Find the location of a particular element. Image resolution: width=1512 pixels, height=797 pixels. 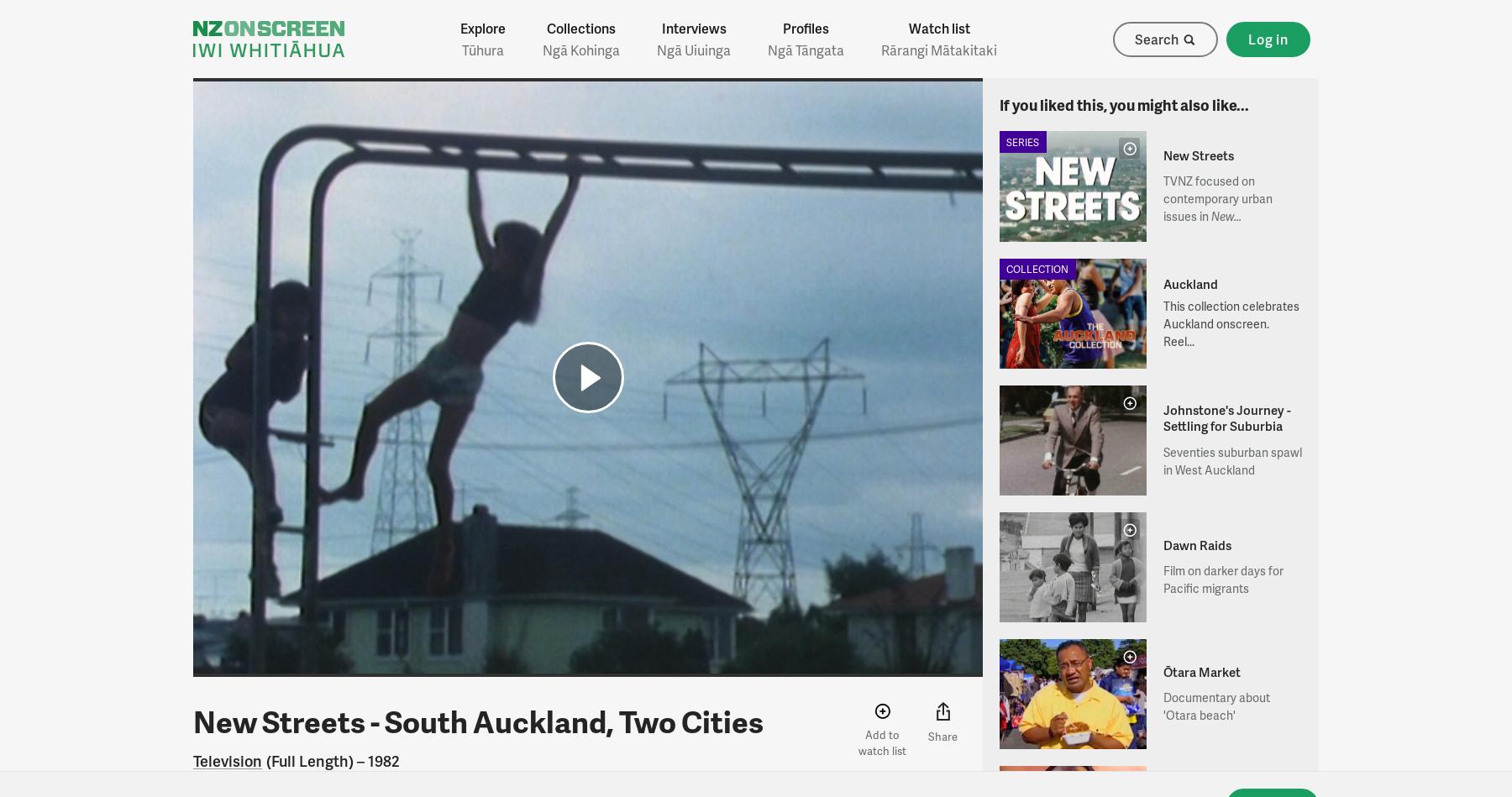

'https://www.nzonscreen.com/embed/41f5e7a7df401c0c' is located at coordinates (755, 663).